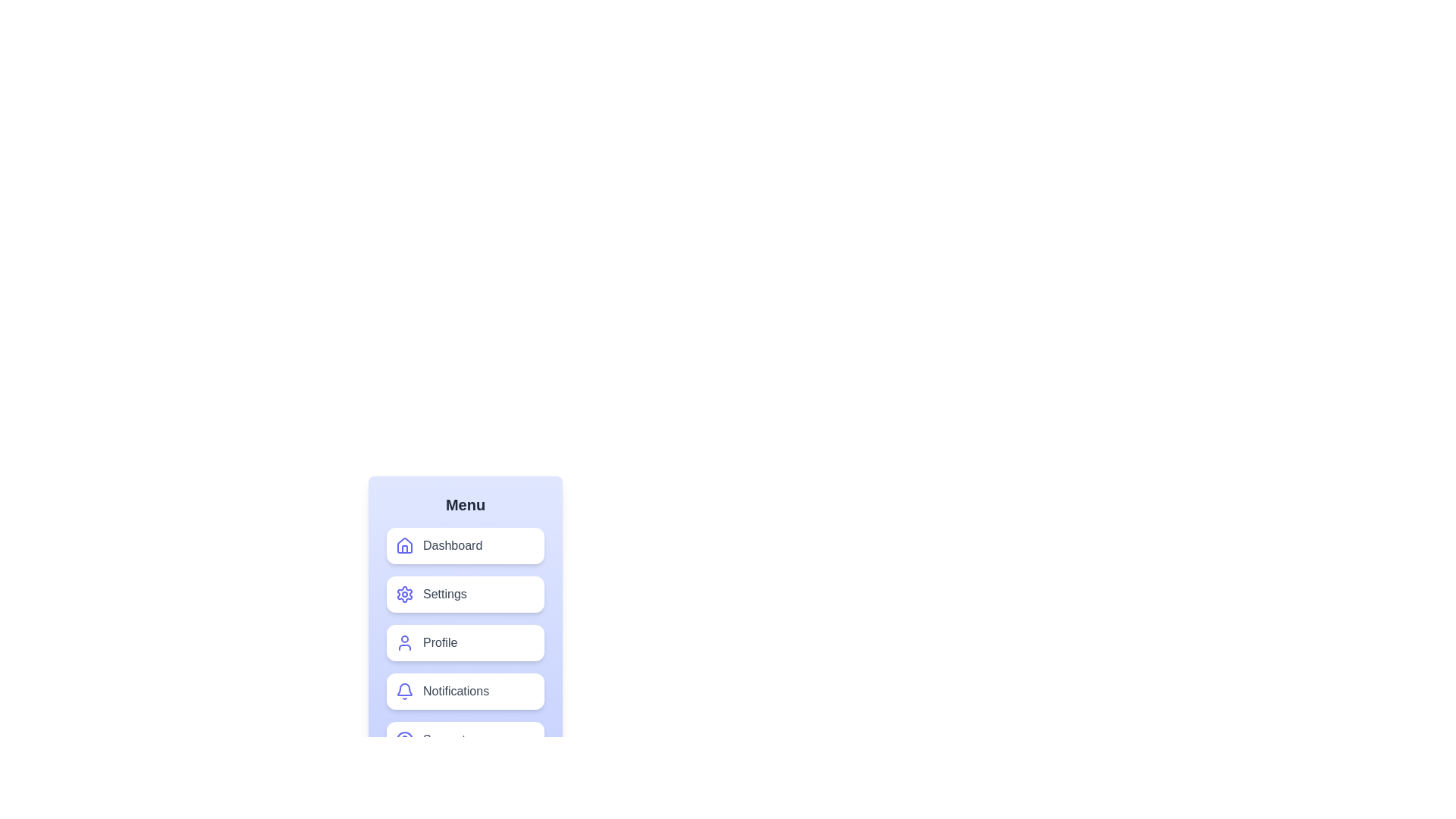  Describe the element at coordinates (465, 593) in the screenshot. I see `the 'Settings' navigation button in the vertical menu to change its appearance` at that location.